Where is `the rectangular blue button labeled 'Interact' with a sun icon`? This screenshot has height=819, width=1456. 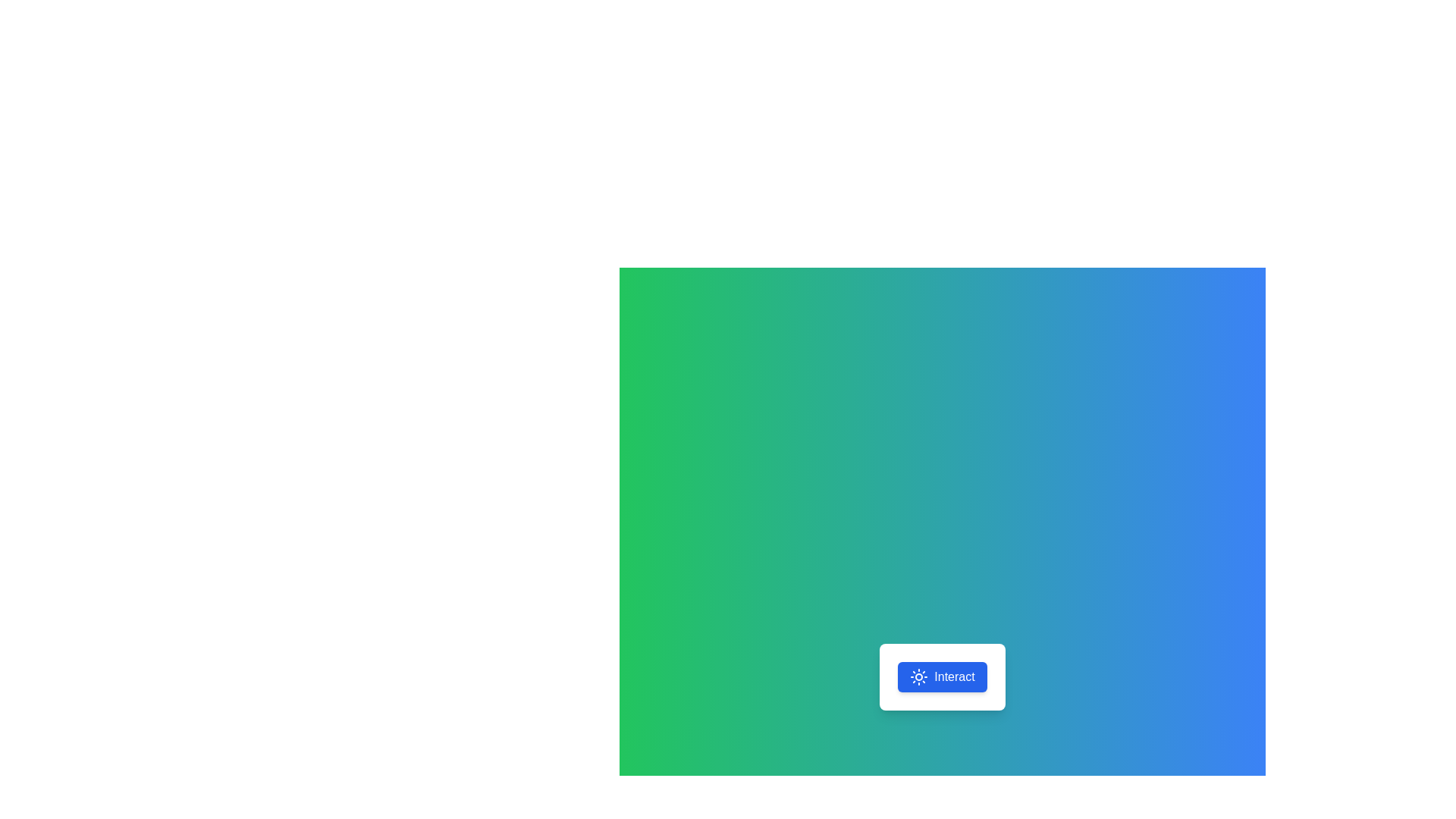 the rectangular blue button labeled 'Interact' with a sun icon is located at coordinates (942, 676).